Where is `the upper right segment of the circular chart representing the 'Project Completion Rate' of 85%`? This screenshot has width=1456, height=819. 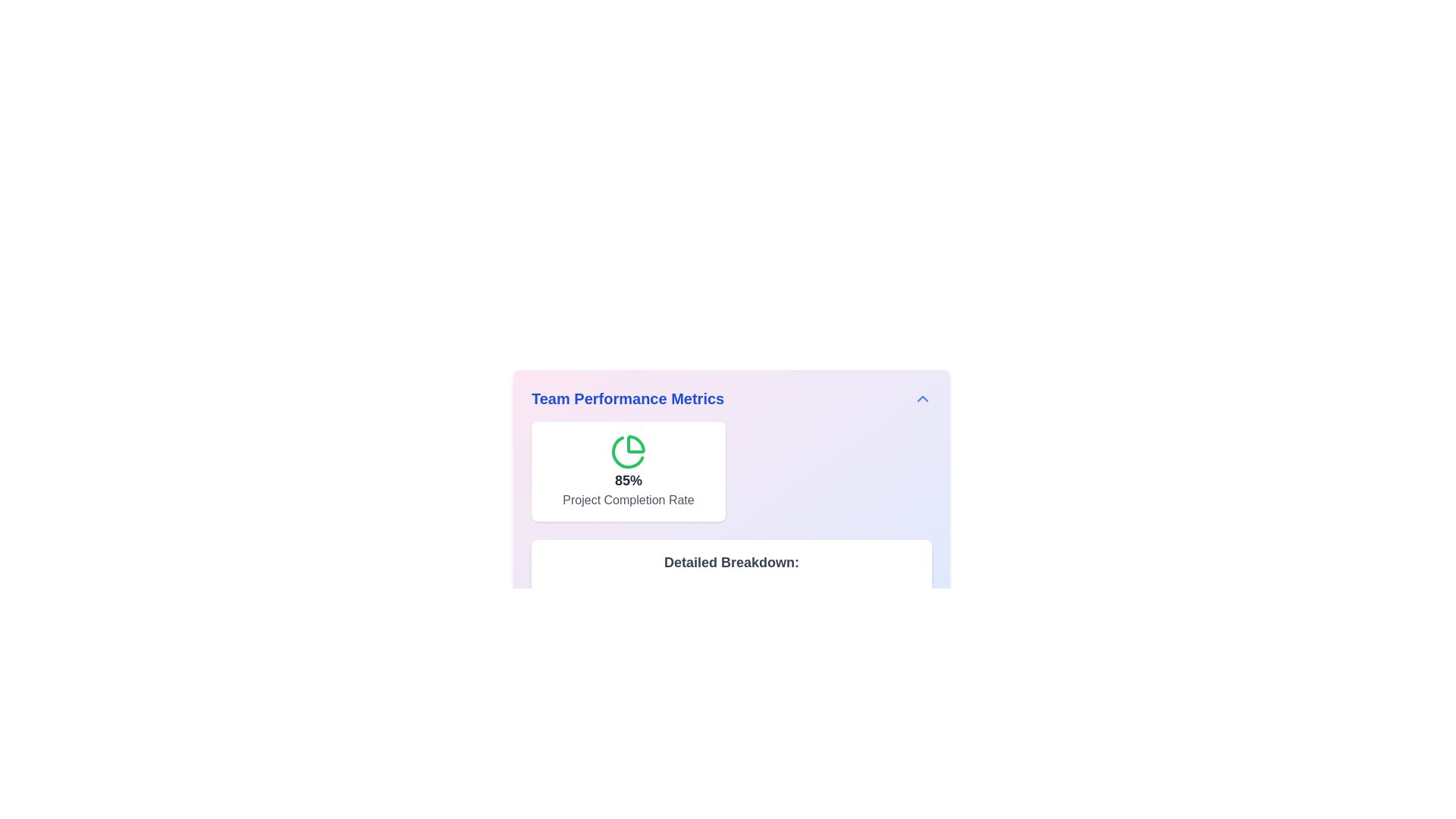
the upper right segment of the circular chart representing the 'Project Completion Rate' of 85% is located at coordinates (636, 444).